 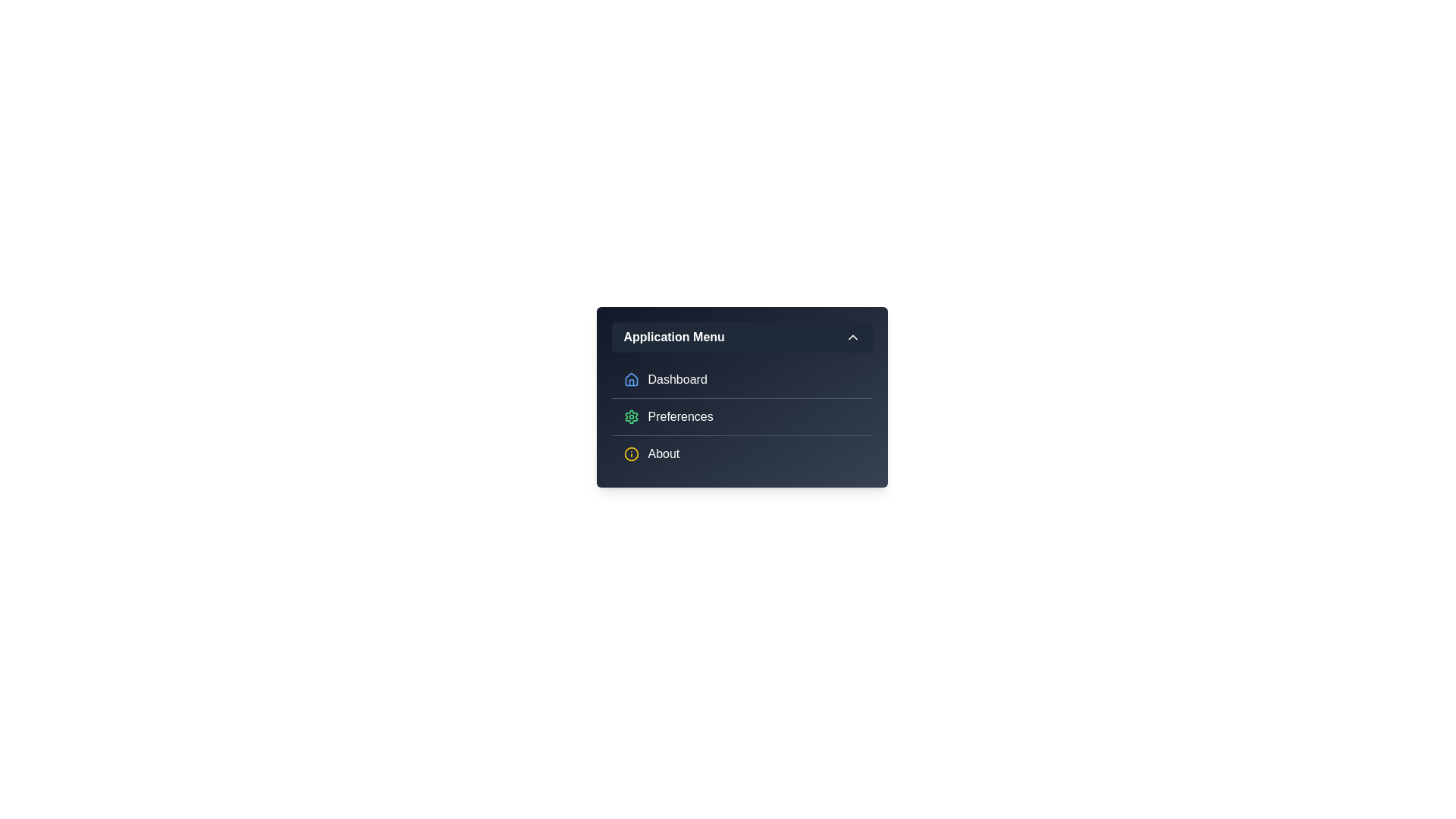 I want to click on the menu item Dashboard from the options available, so click(x=742, y=379).